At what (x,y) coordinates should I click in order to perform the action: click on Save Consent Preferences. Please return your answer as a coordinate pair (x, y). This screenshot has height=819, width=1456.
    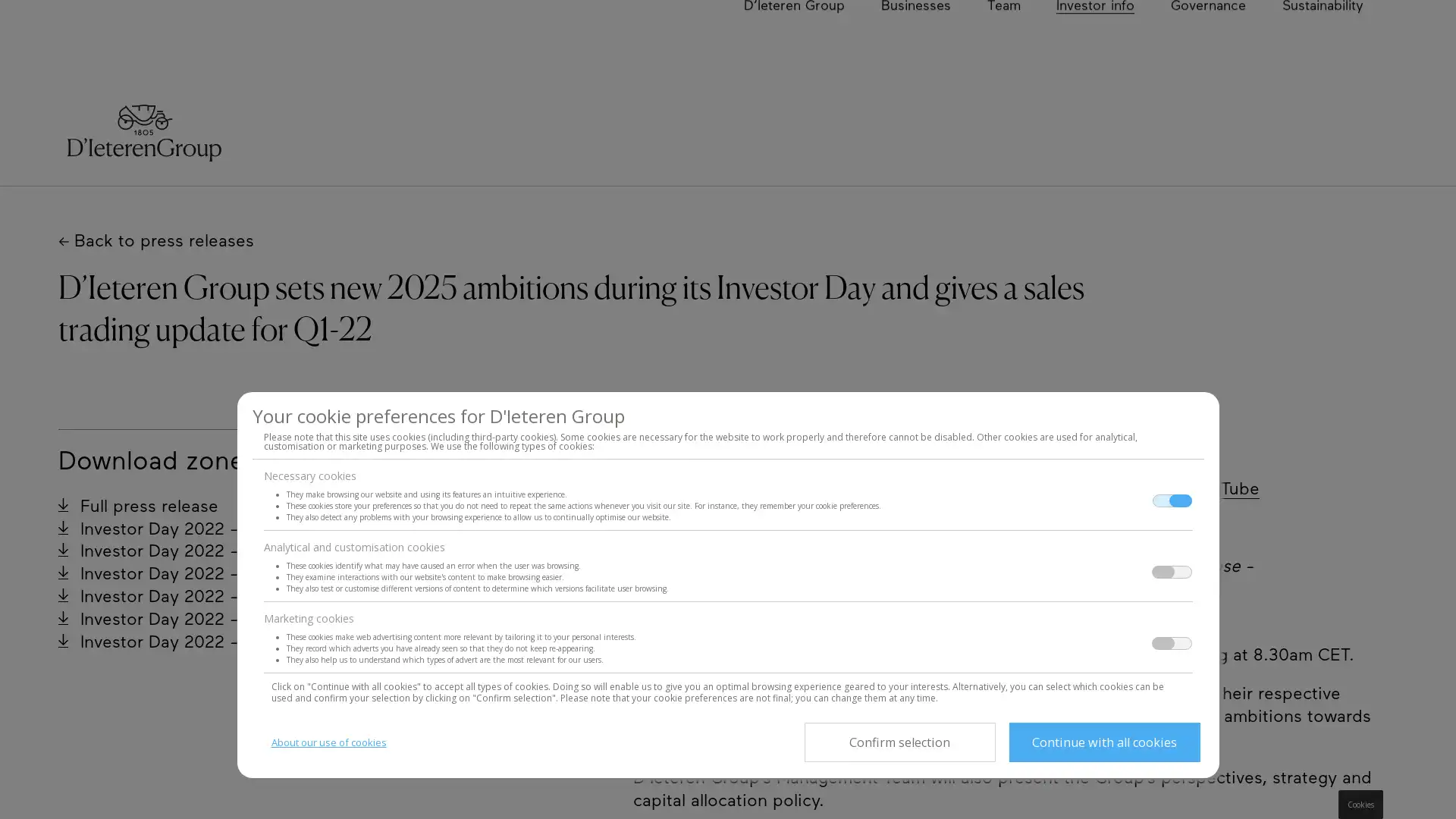
    Looking at the image, I should click on (899, 742).